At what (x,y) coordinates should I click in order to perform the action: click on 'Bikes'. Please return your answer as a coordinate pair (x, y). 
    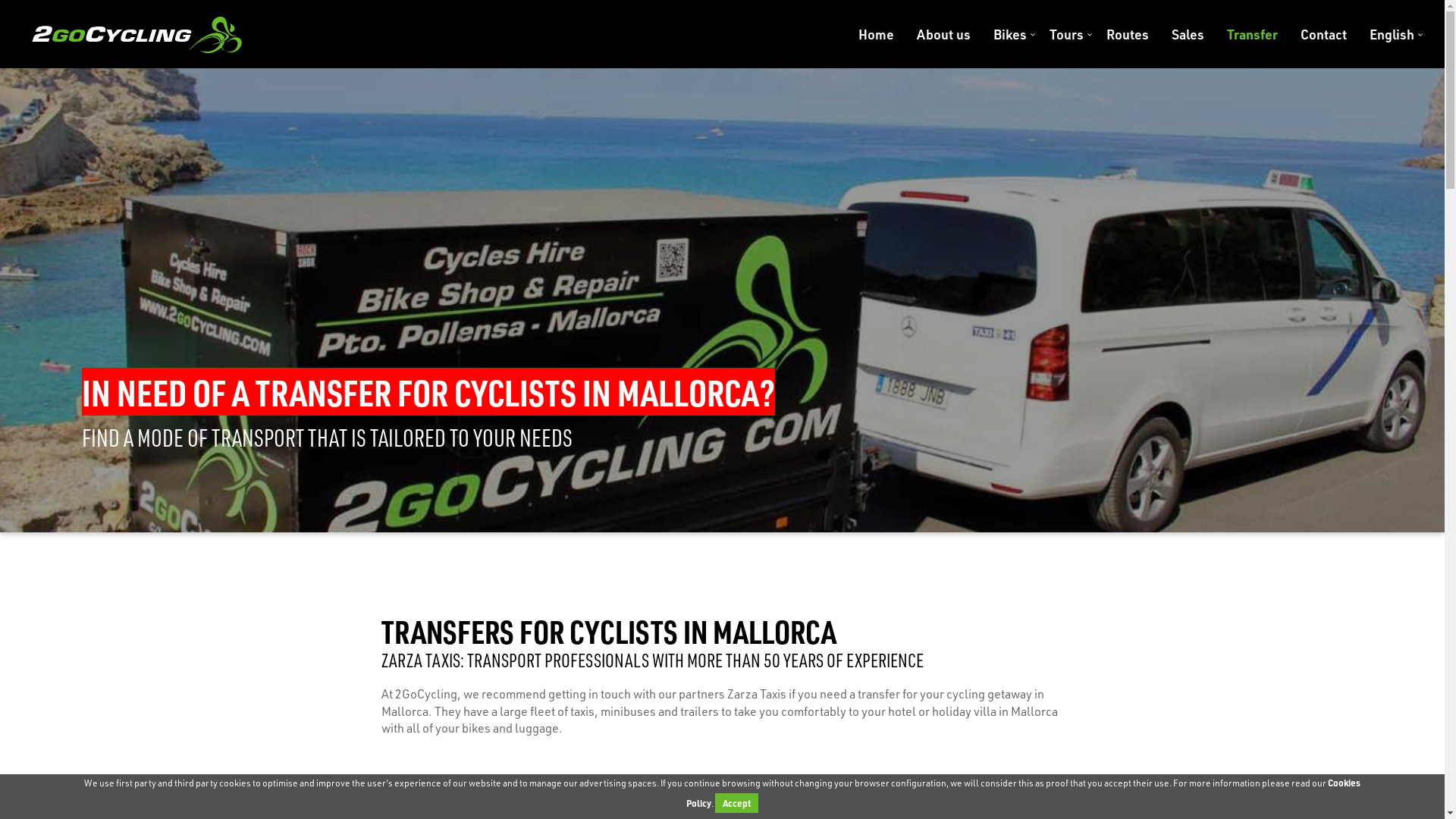
    Looking at the image, I should click on (1009, 34).